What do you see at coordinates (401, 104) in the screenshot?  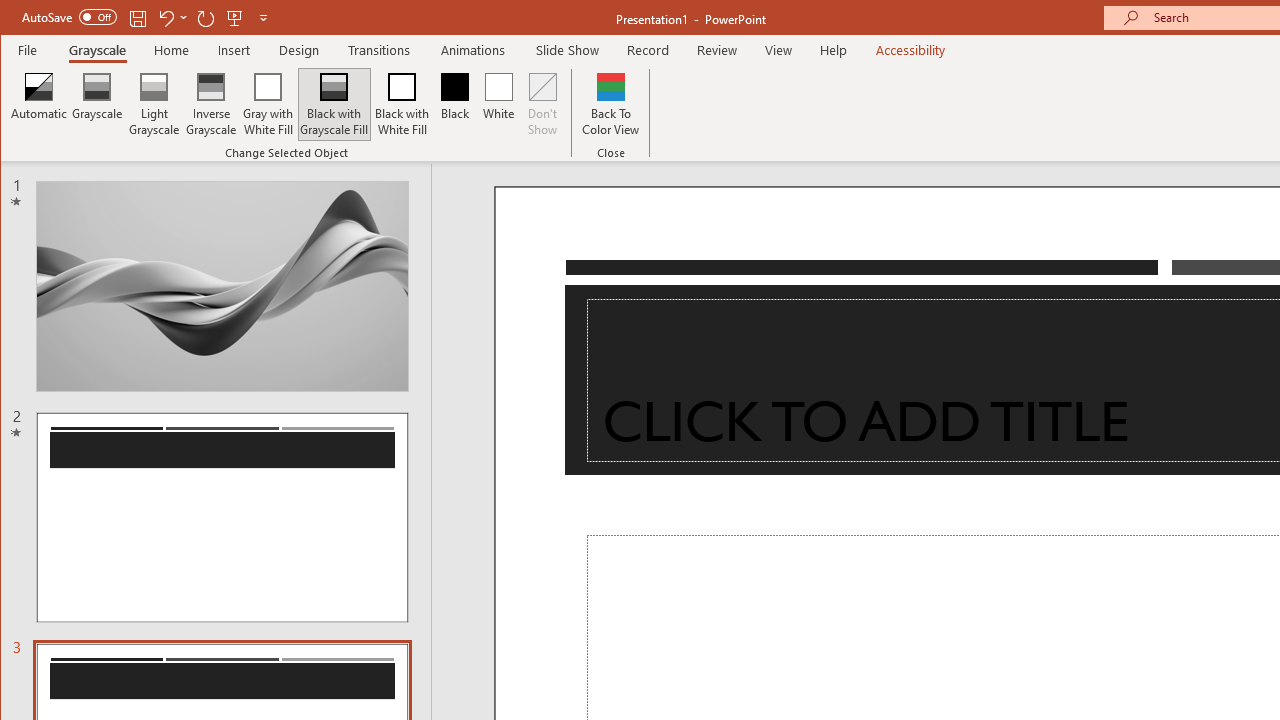 I see `'Black with White Fill'` at bounding box center [401, 104].